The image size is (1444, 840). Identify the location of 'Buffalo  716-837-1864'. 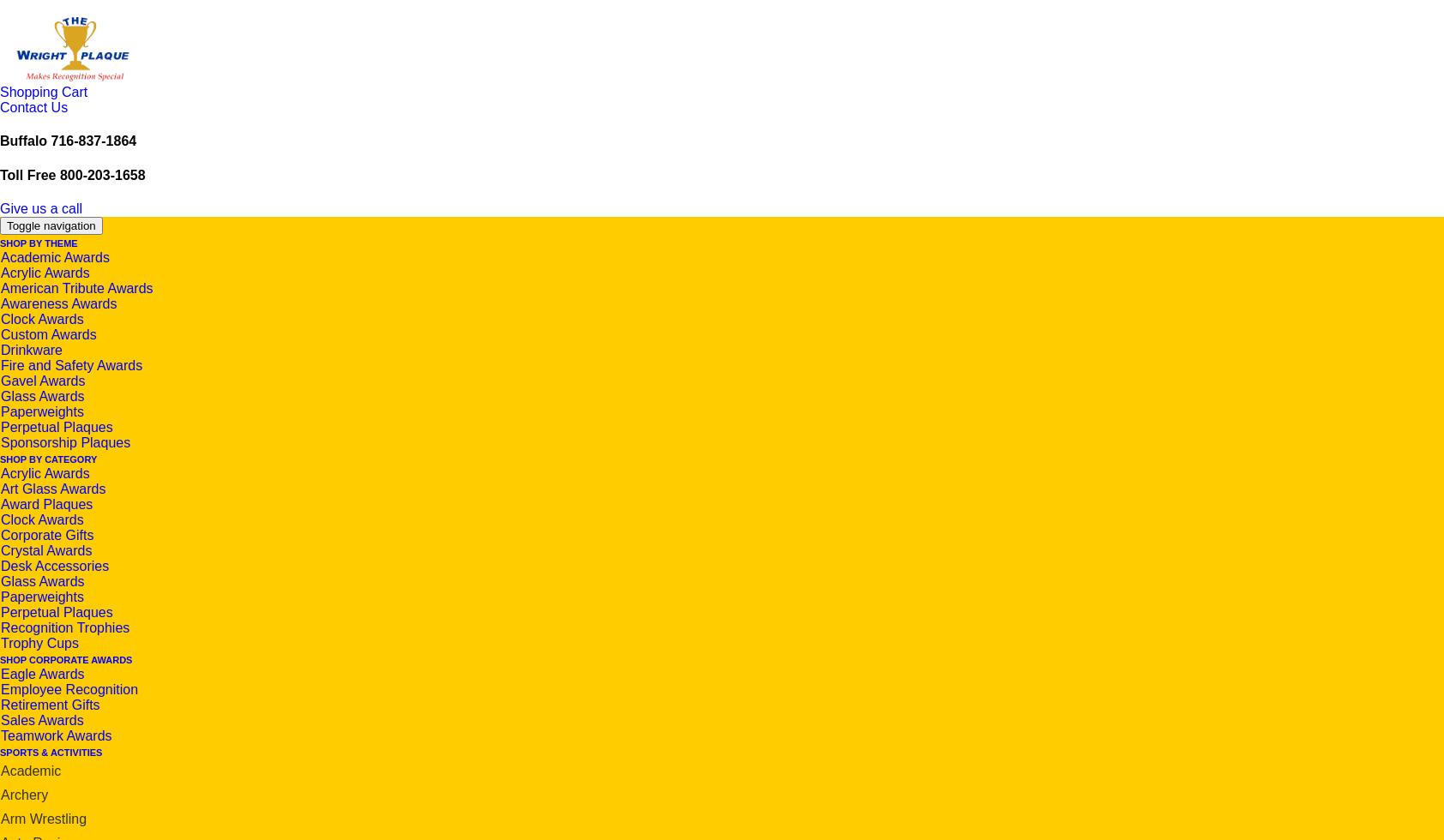
(67, 141).